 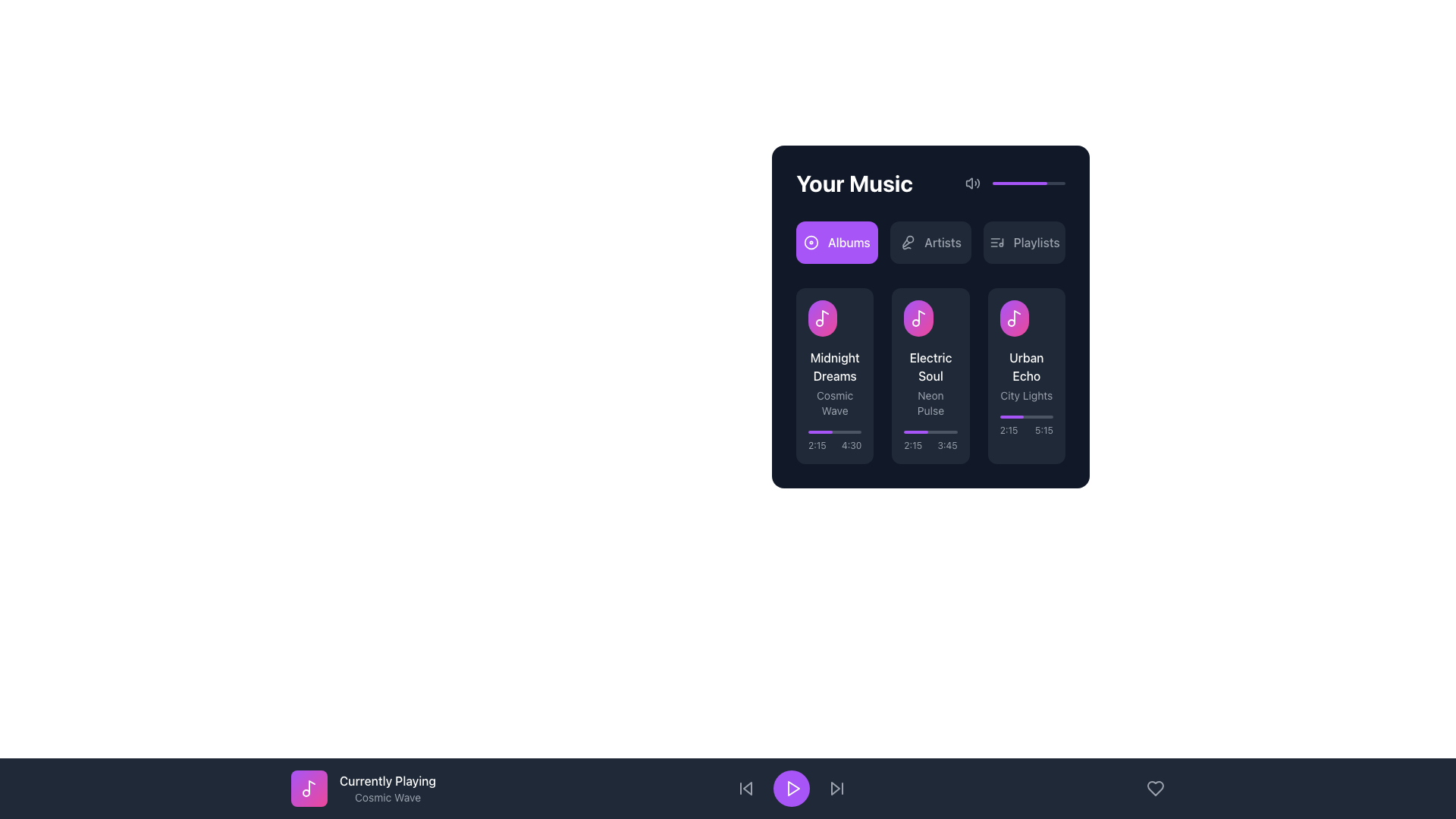 I want to click on the heart icon button located on the far right of the bottom horizontal bar to favorite the currently playing track, so click(x=1154, y=788).